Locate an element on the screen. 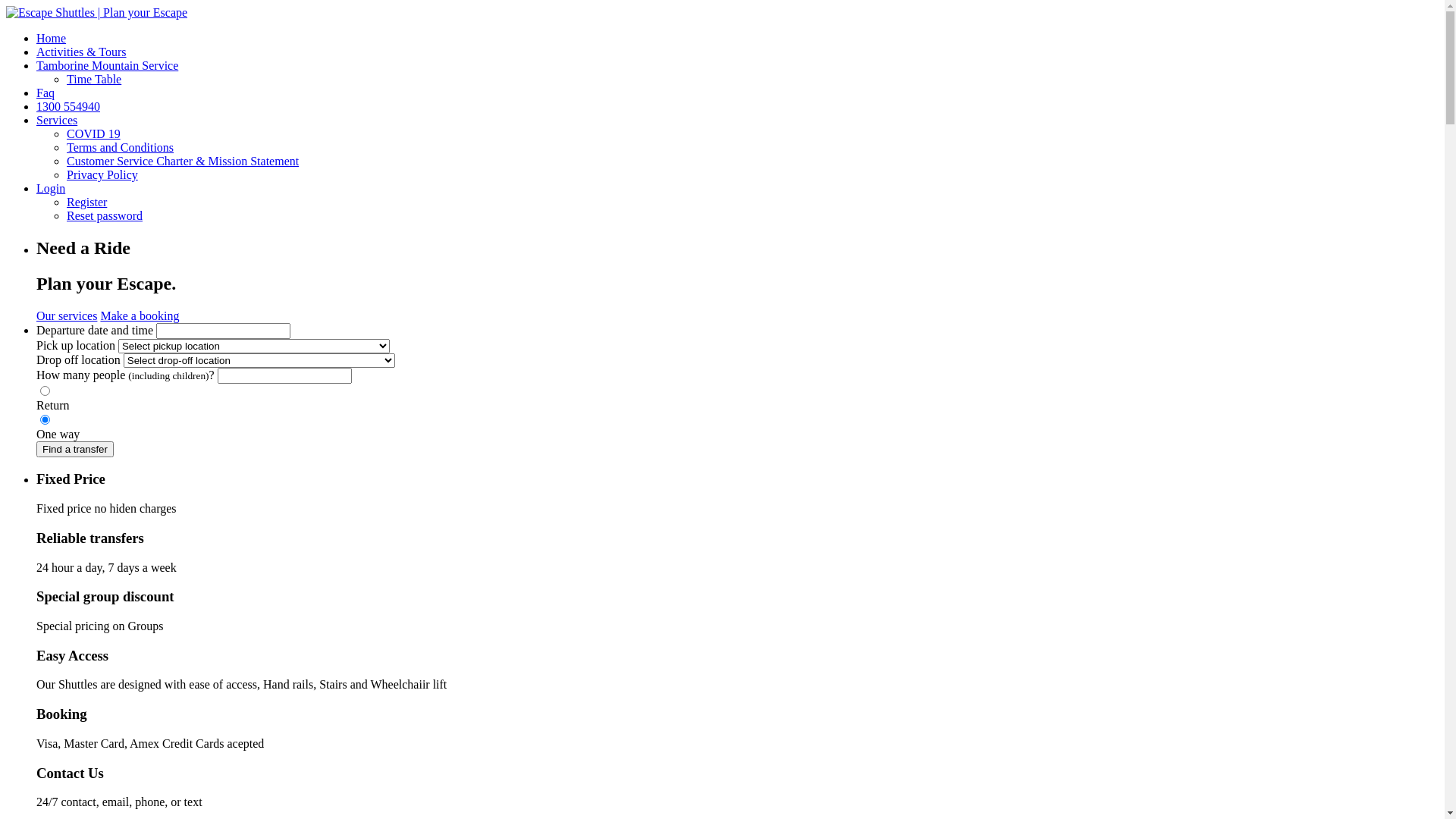  'Privacy Policy' is located at coordinates (101, 174).